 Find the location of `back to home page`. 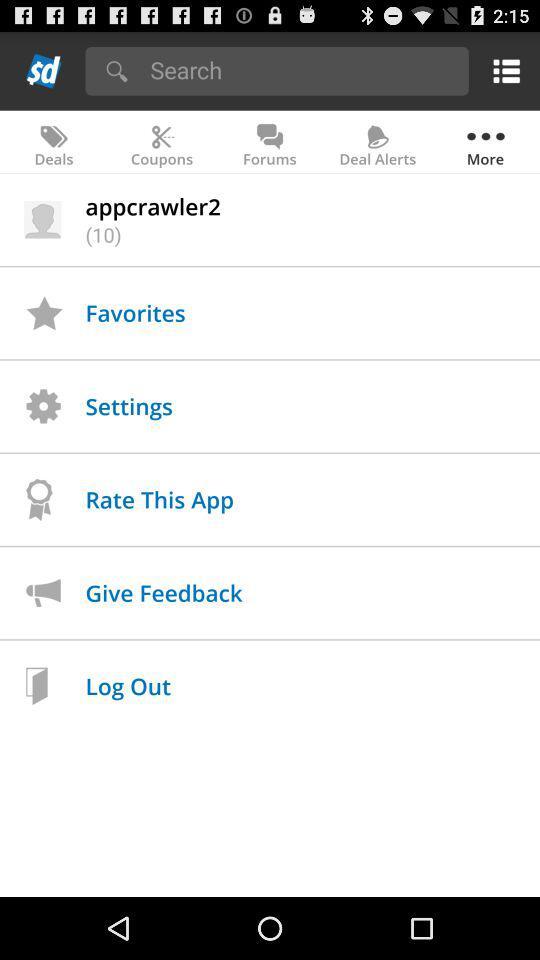

back to home page is located at coordinates (44, 70).